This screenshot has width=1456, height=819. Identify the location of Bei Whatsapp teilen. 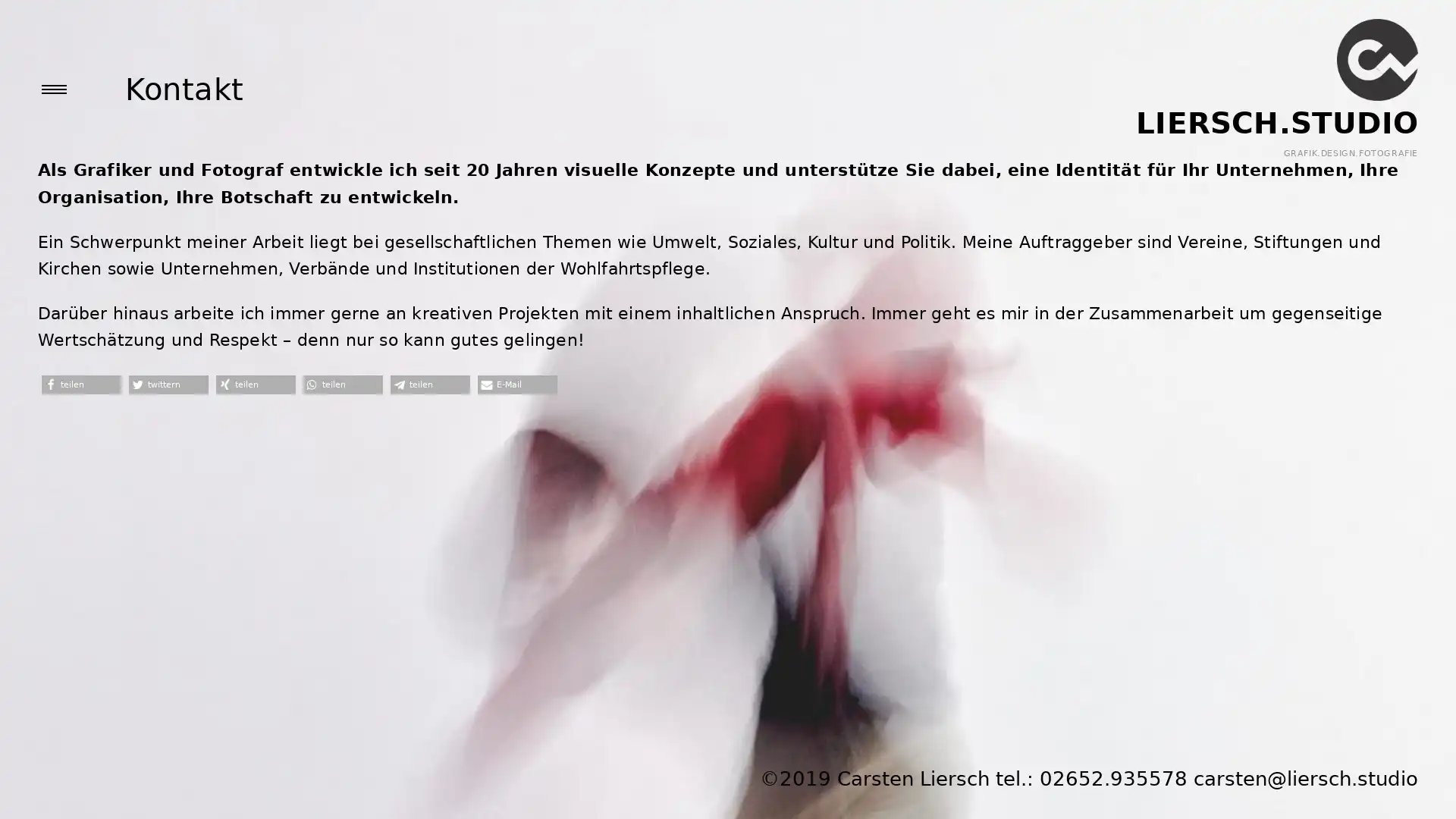
(342, 570).